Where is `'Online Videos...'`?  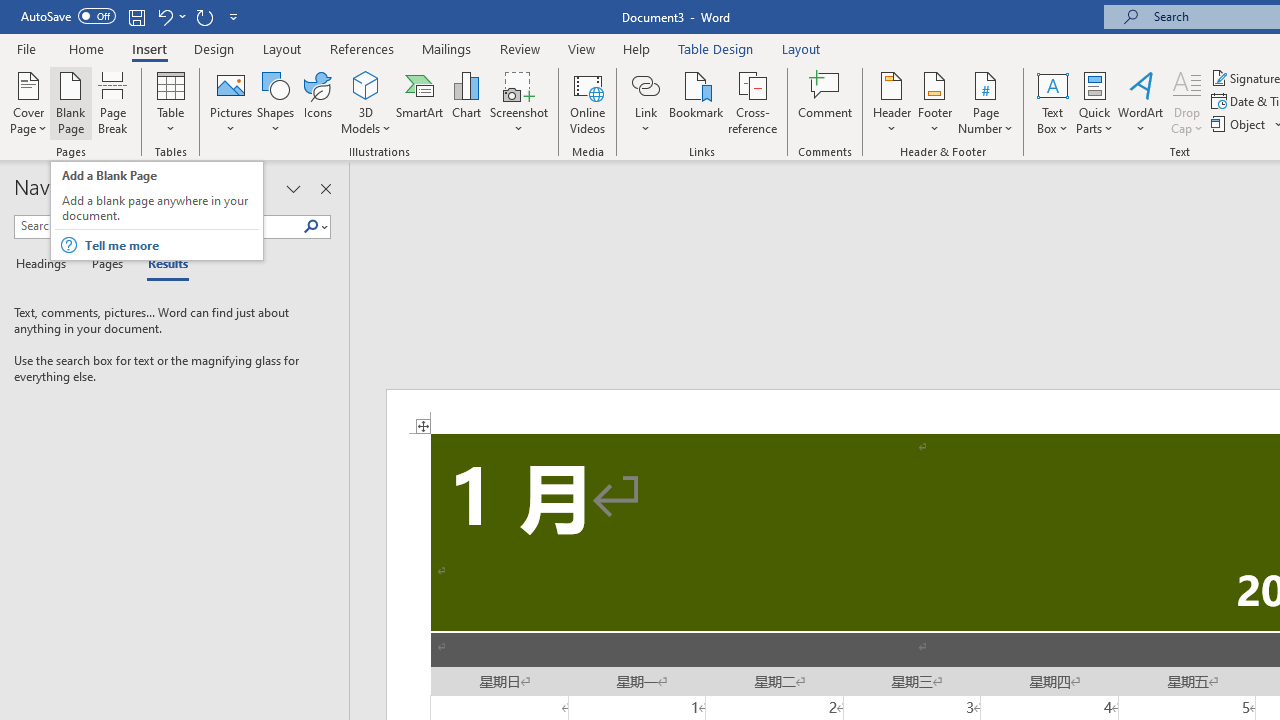
'Online Videos...' is located at coordinates (587, 103).